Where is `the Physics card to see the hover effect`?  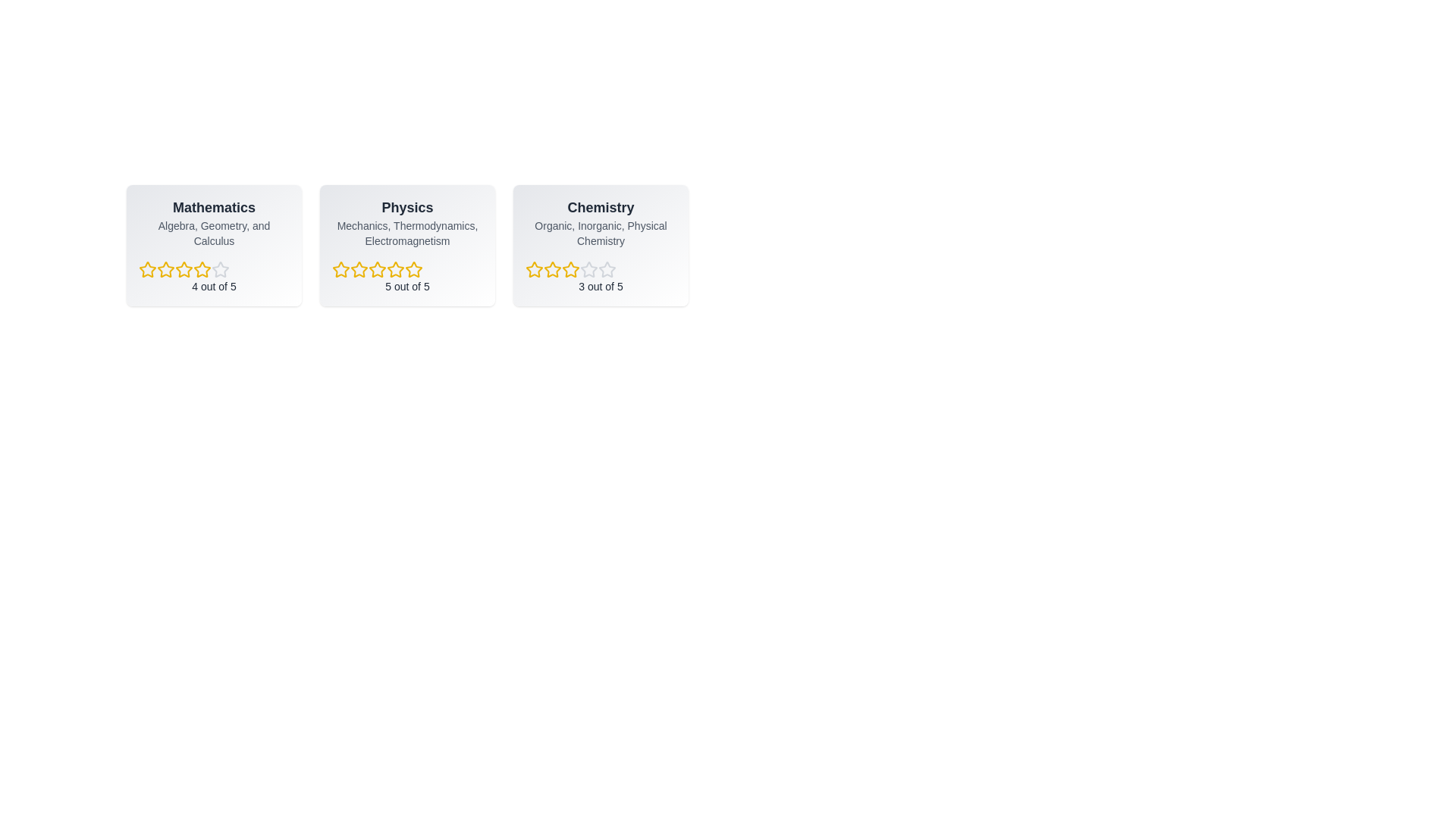 the Physics card to see the hover effect is located at coordinates (407, 245).